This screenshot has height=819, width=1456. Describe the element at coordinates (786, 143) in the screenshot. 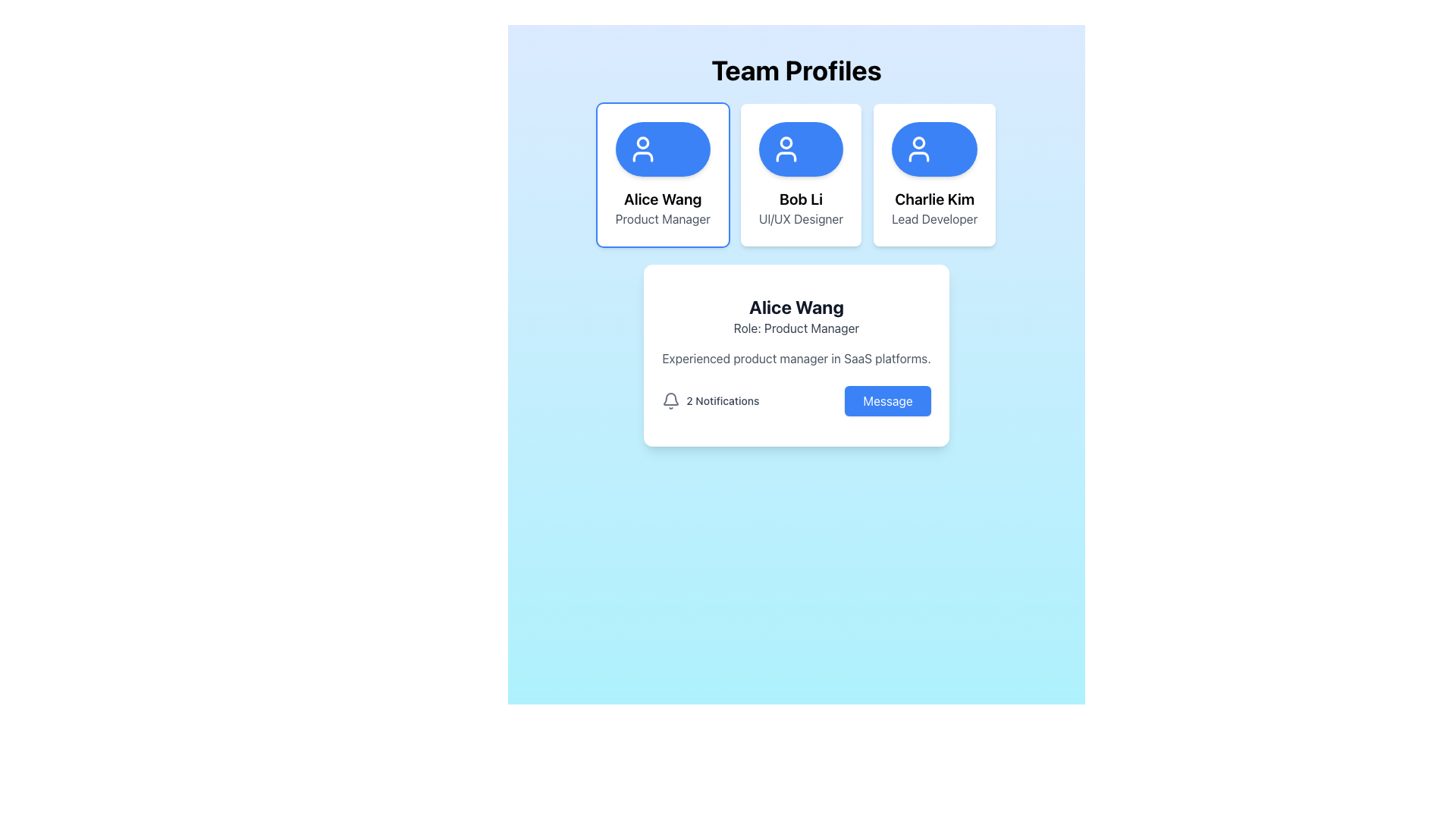

I see `the SVG Circle Element representing Bob Li's user profile icon, which is centered within the avatar in the Team Profiles section` at that location.